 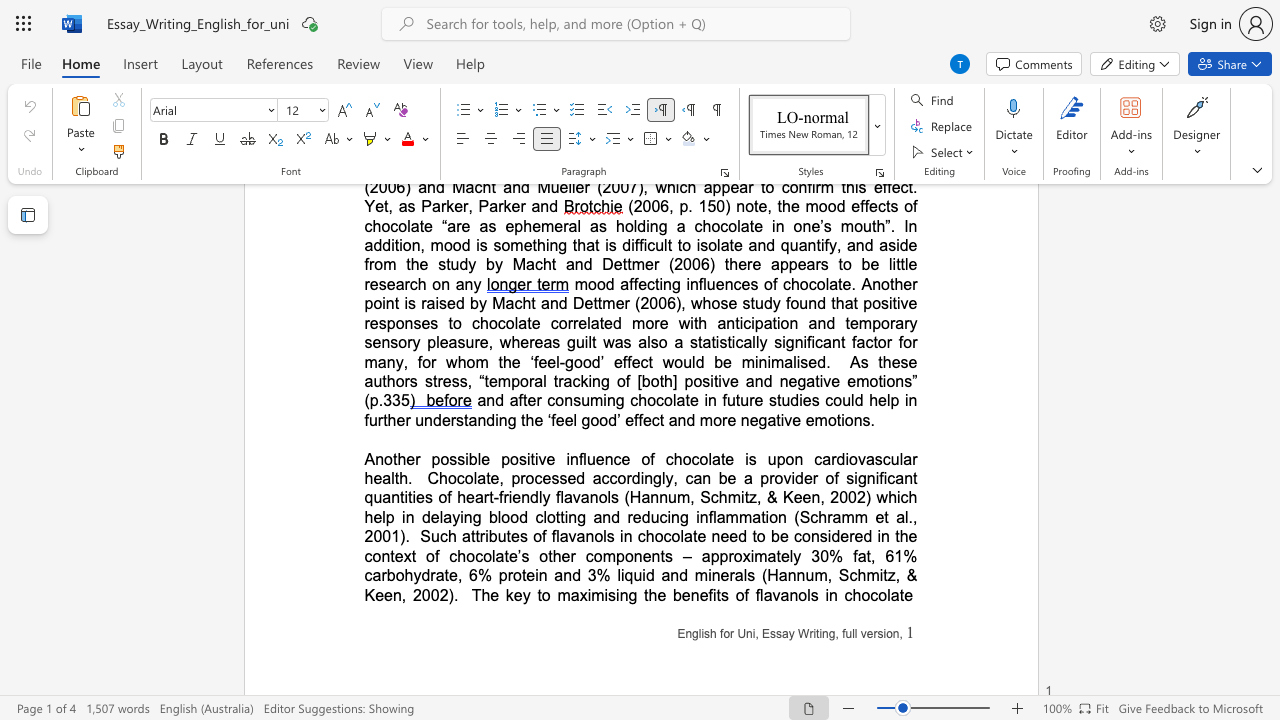 I want to click on the space between the continuous character "b" and "l" in the text, so click(x=496, y=516).